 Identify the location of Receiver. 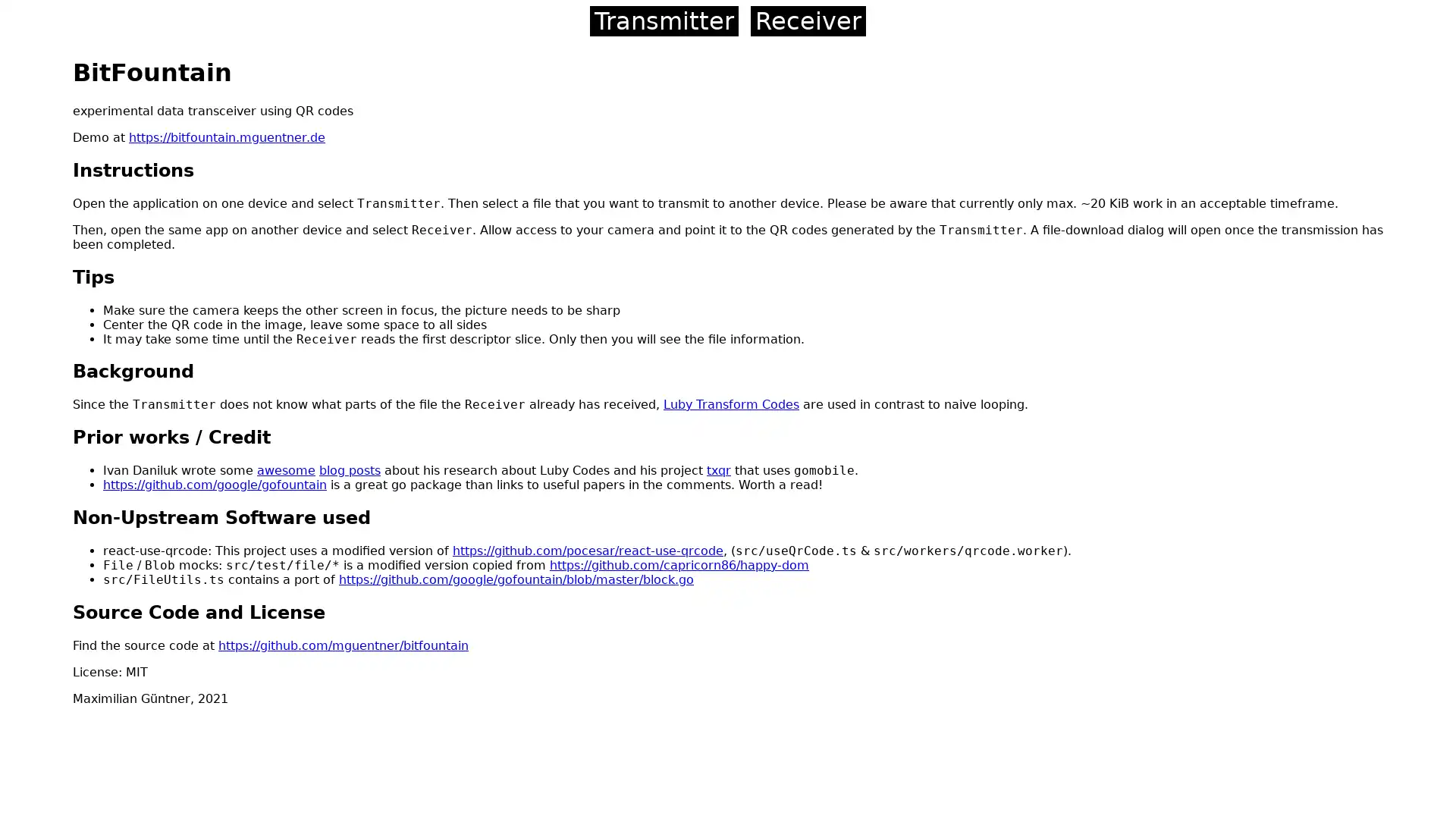
(807, 20).